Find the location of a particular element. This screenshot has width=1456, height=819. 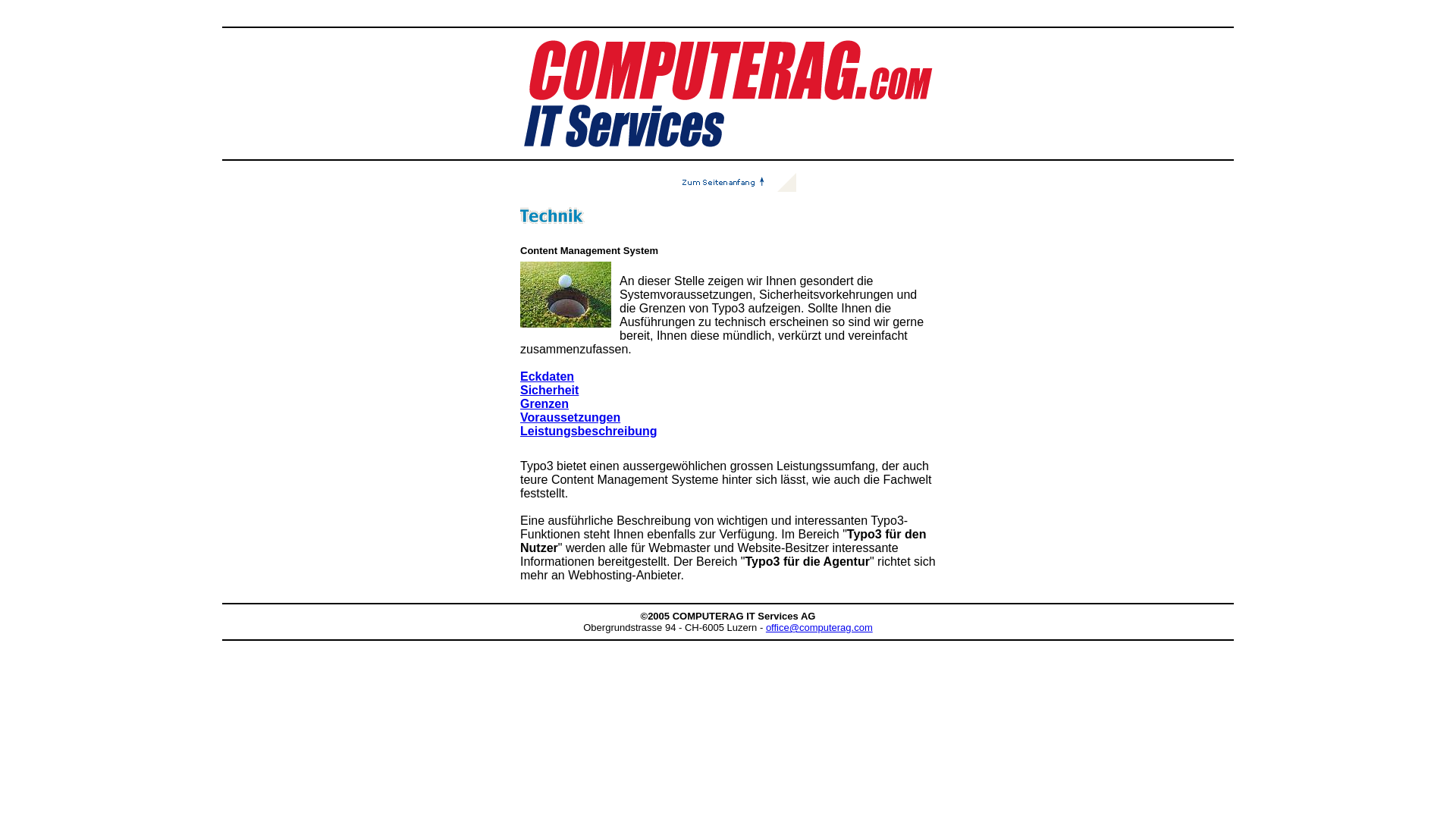

'office@computerag.com' is located at coordinates (818, 627).